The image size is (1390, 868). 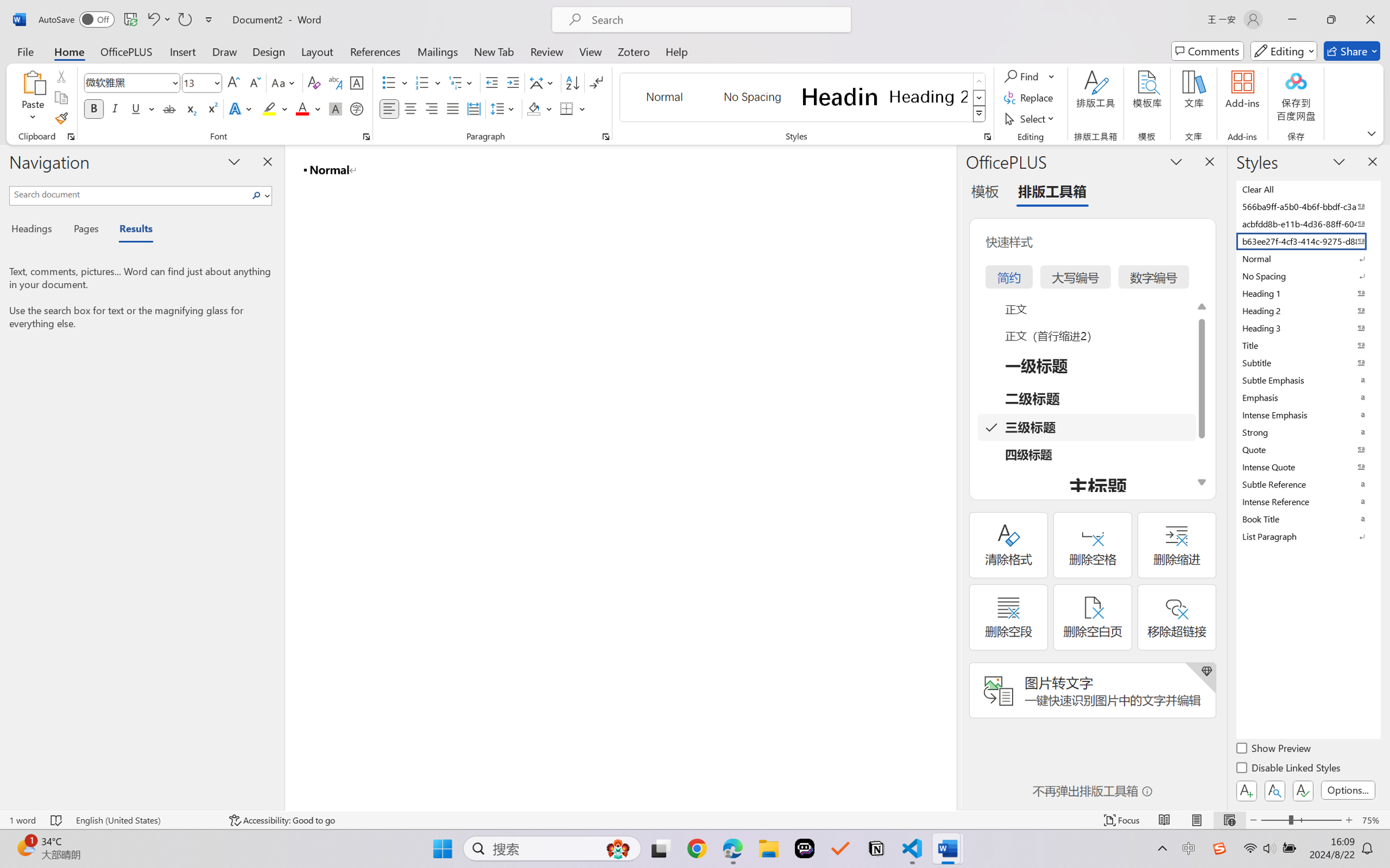 I want to click on 'Mailings', so click(x=438, y=51).